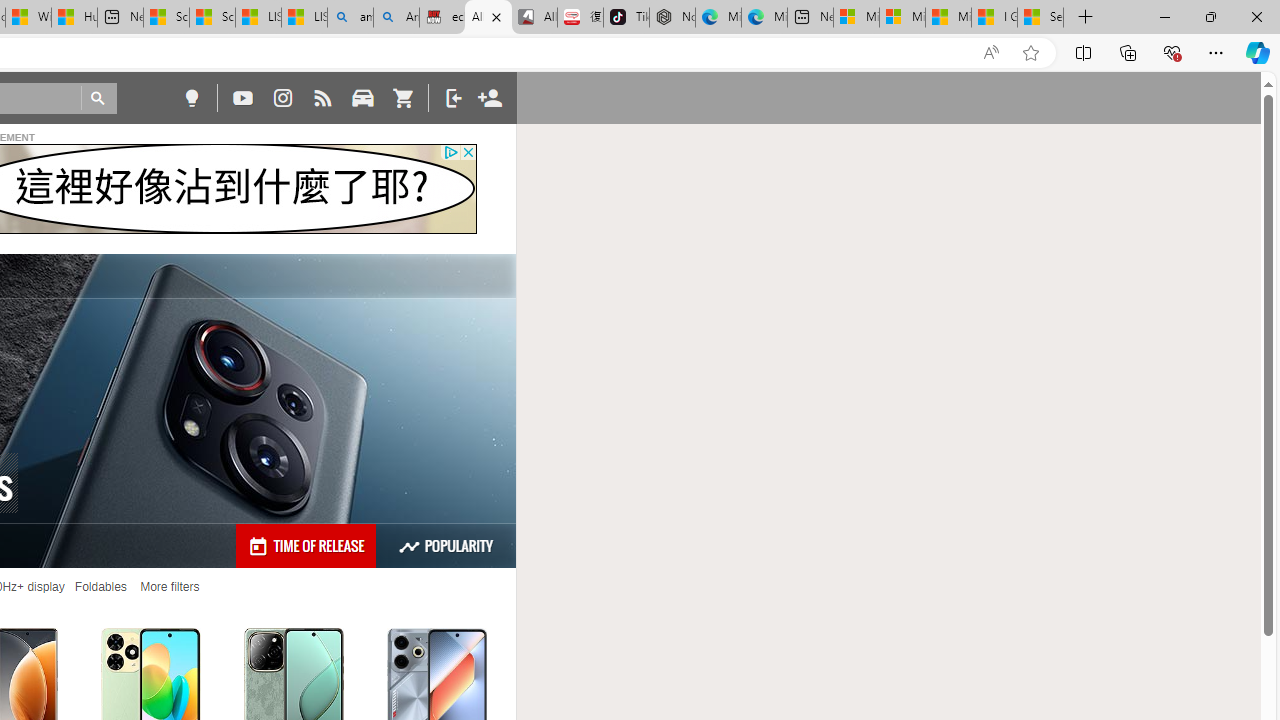 This screenshot has height=720, width=1280. Describe the element at coordinates (1171, 51) in the screenshot. I see `'Browser essentials'` at that location.